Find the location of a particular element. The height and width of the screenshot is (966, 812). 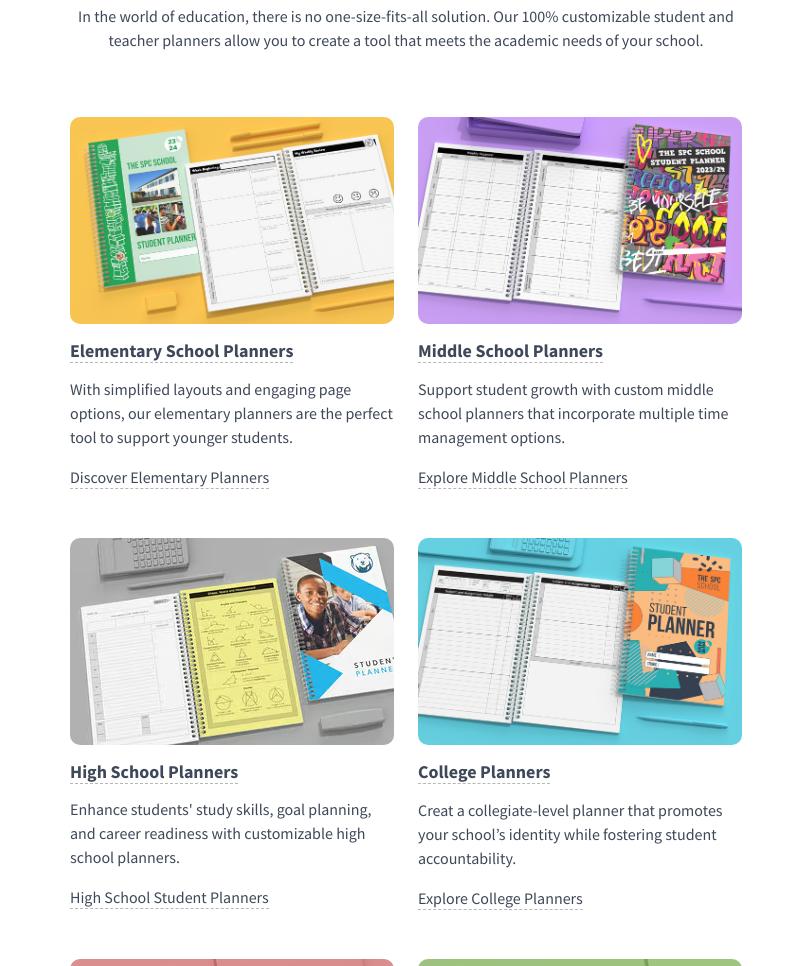

'School Planner Agreement' is located at coordinates (135, 661).